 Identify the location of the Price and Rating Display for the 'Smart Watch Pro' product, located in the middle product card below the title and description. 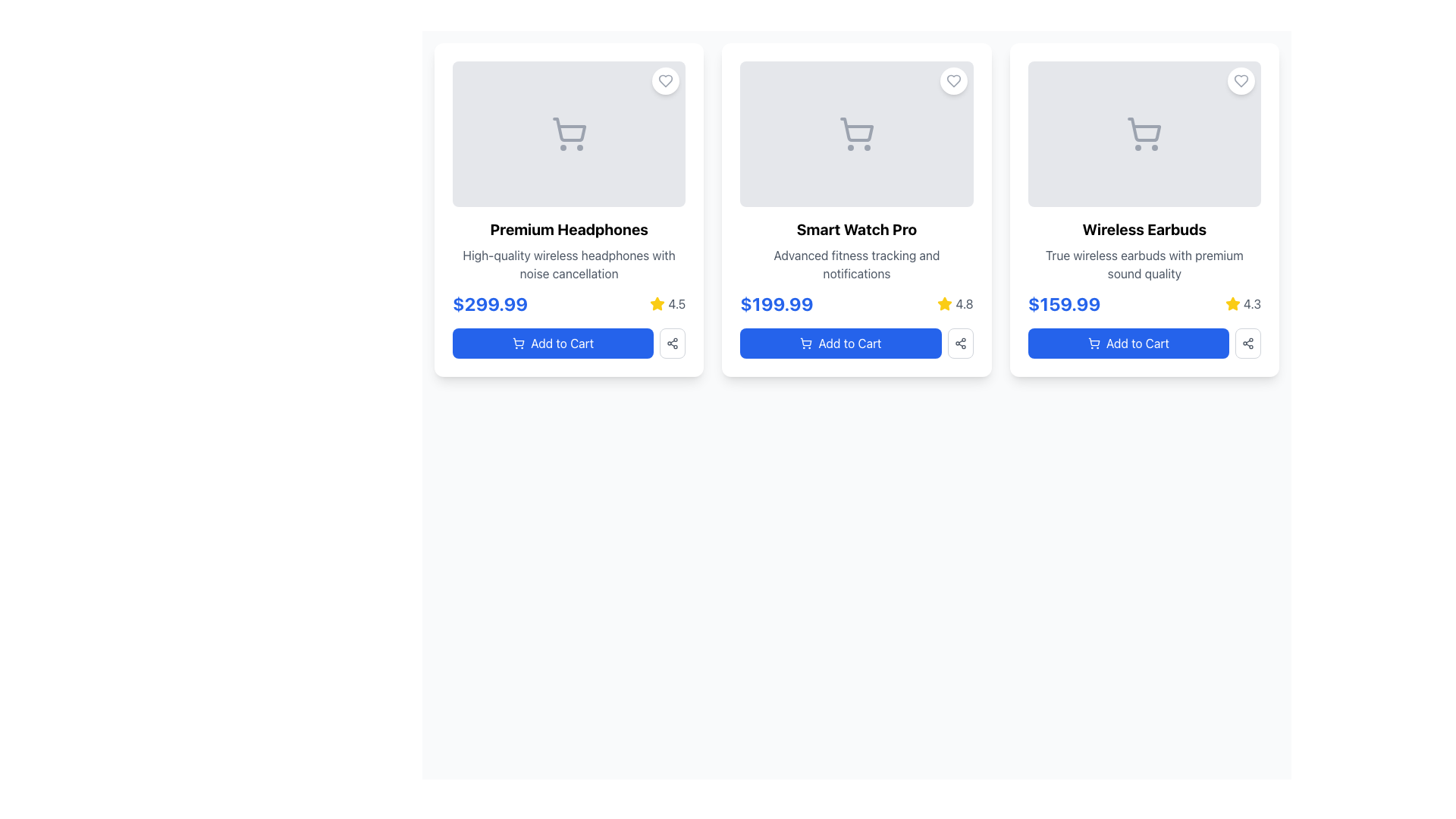
(856, 304).